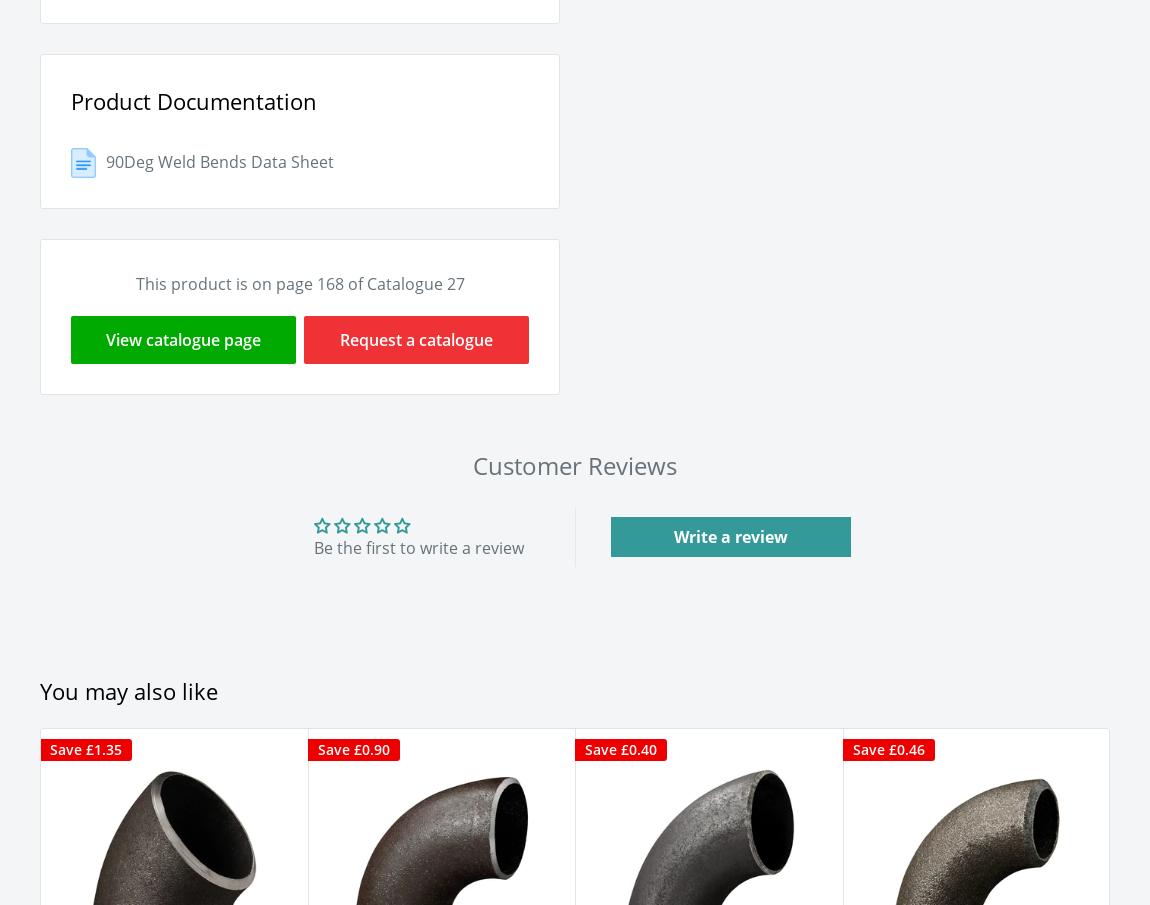  Describe the element at coordinates (418, 545) in the screenshot. I see `'Be the first to write a review'` at that location.